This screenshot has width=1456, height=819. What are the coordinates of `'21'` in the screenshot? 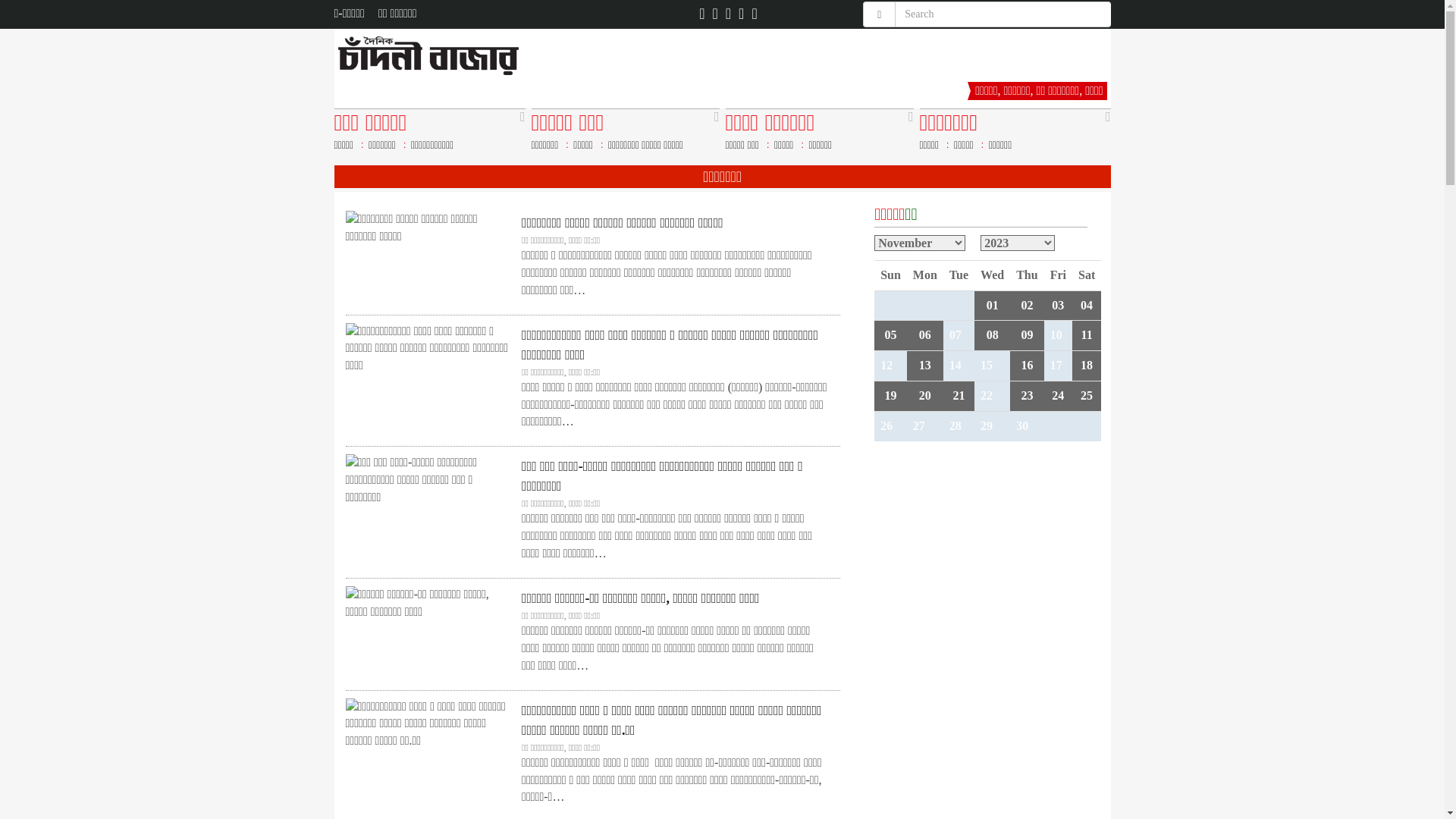 It's located at (957, 394).